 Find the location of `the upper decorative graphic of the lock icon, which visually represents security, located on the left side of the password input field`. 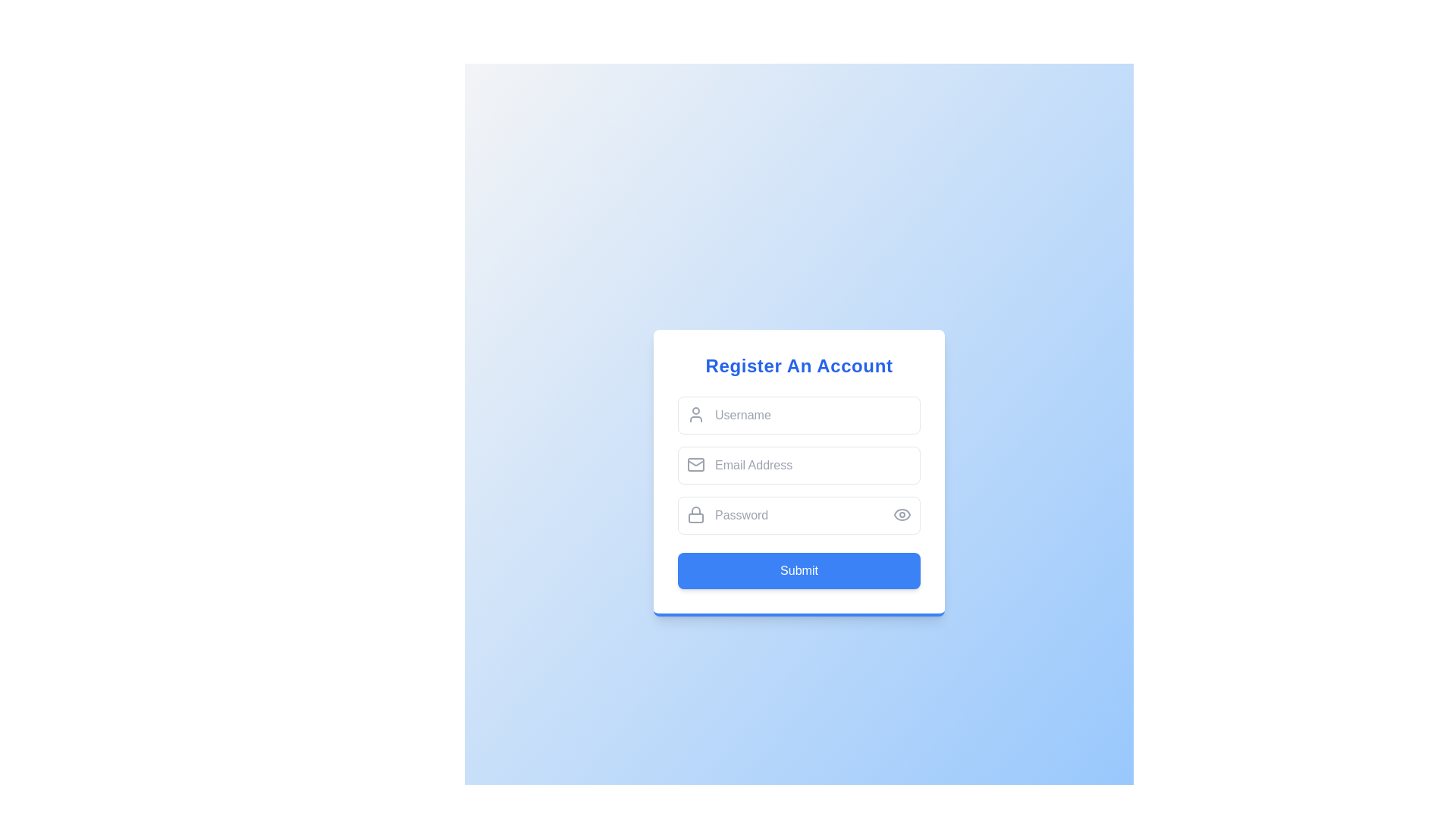

the upper decorative graphic of the lock icon, which visually represents security, located on the left side of the password input field is located at coordinates (695, 510).